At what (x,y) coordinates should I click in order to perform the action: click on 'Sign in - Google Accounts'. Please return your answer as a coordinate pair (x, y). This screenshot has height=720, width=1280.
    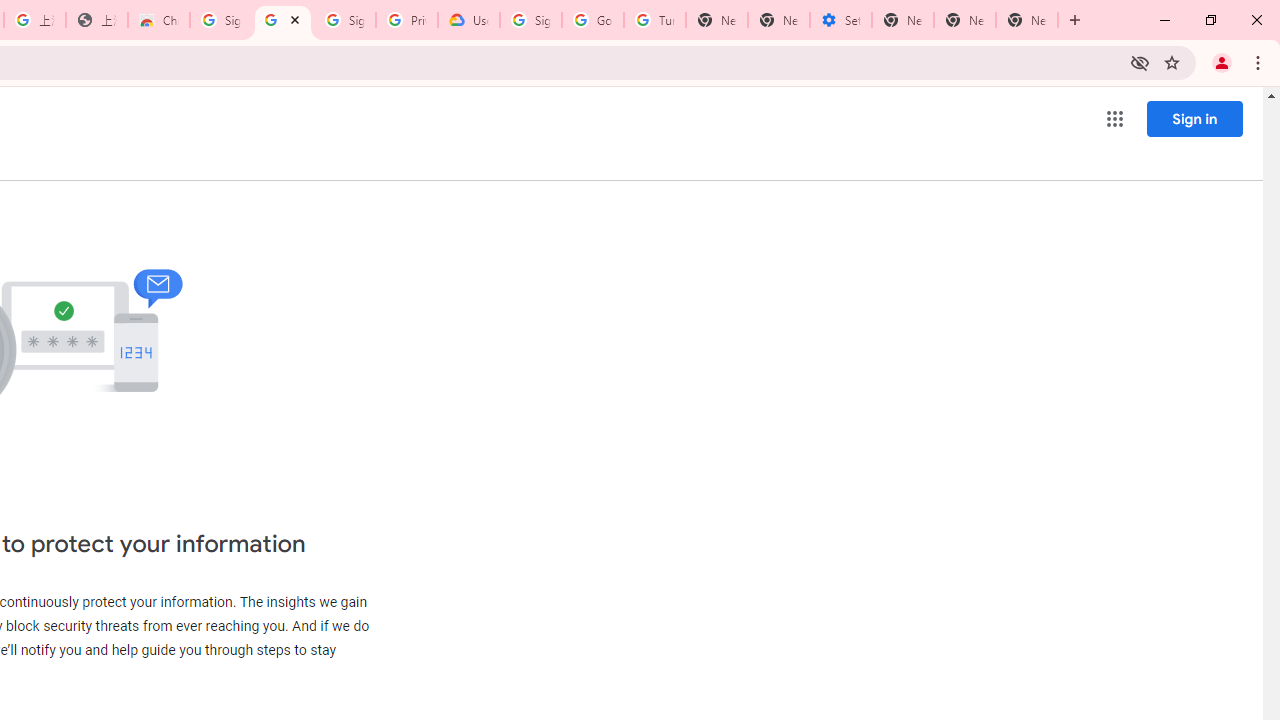
    Looking at the image, I should click on (220, 20).